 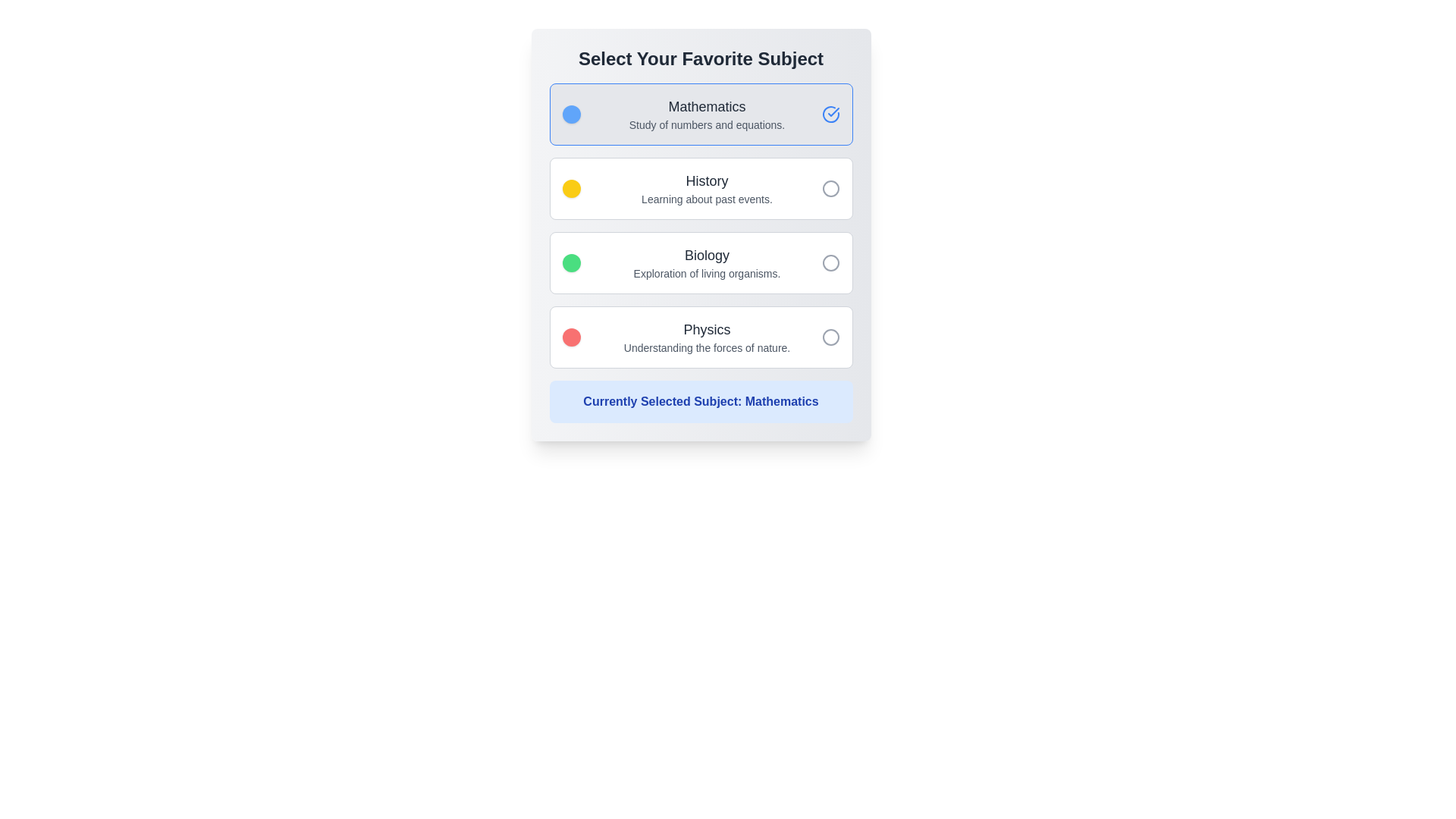 What do you see at coordinates (706, 254) in the screenshot?
I see `the static text label that serves as the title for the 'Biology' section, which is positioned above the description text 'Exploration of living organisms.'` at bounding box center [706, 254].